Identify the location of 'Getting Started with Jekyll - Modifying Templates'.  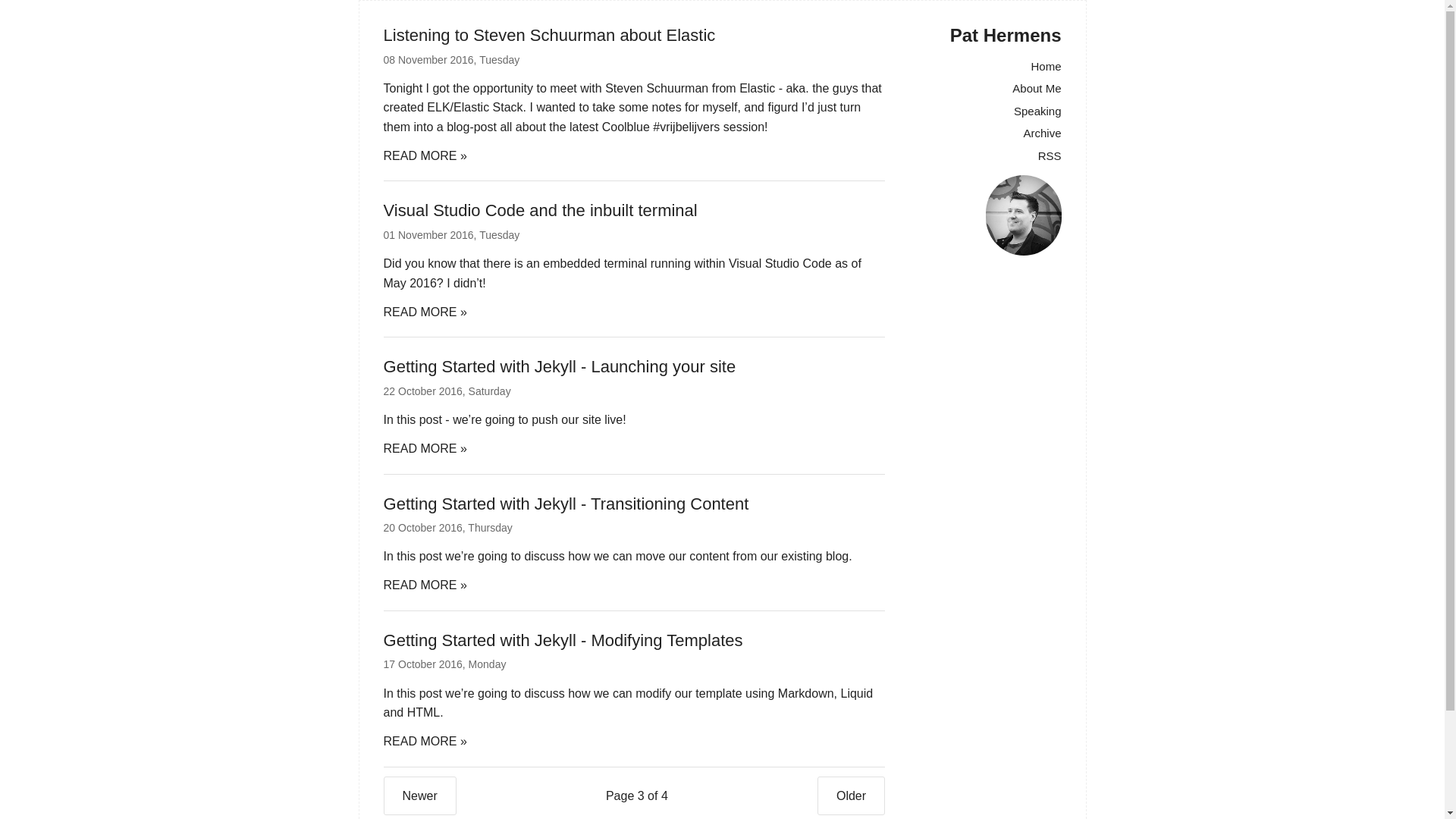
(563, 640).